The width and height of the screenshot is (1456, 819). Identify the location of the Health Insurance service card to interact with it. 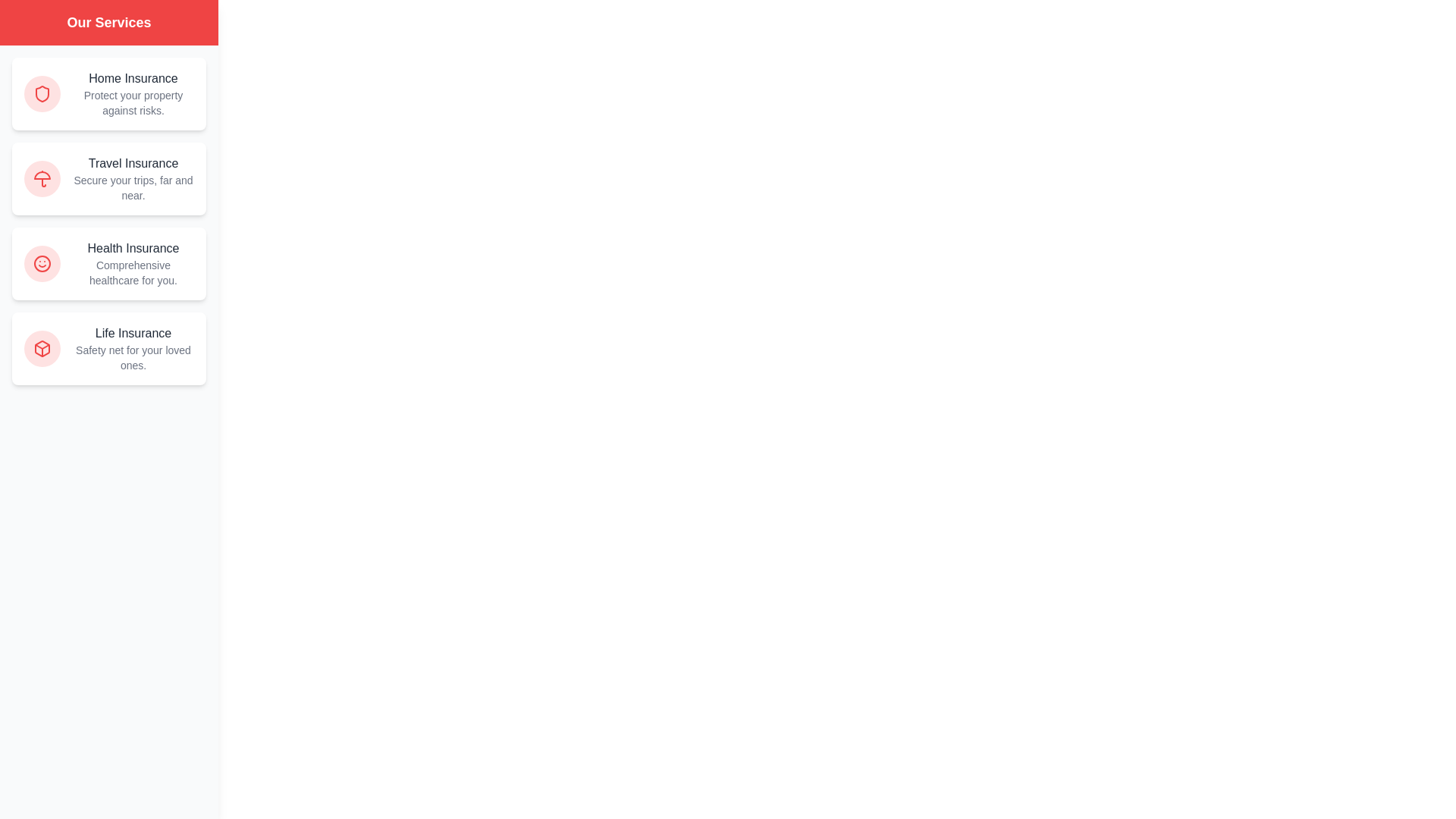
(108, 262).